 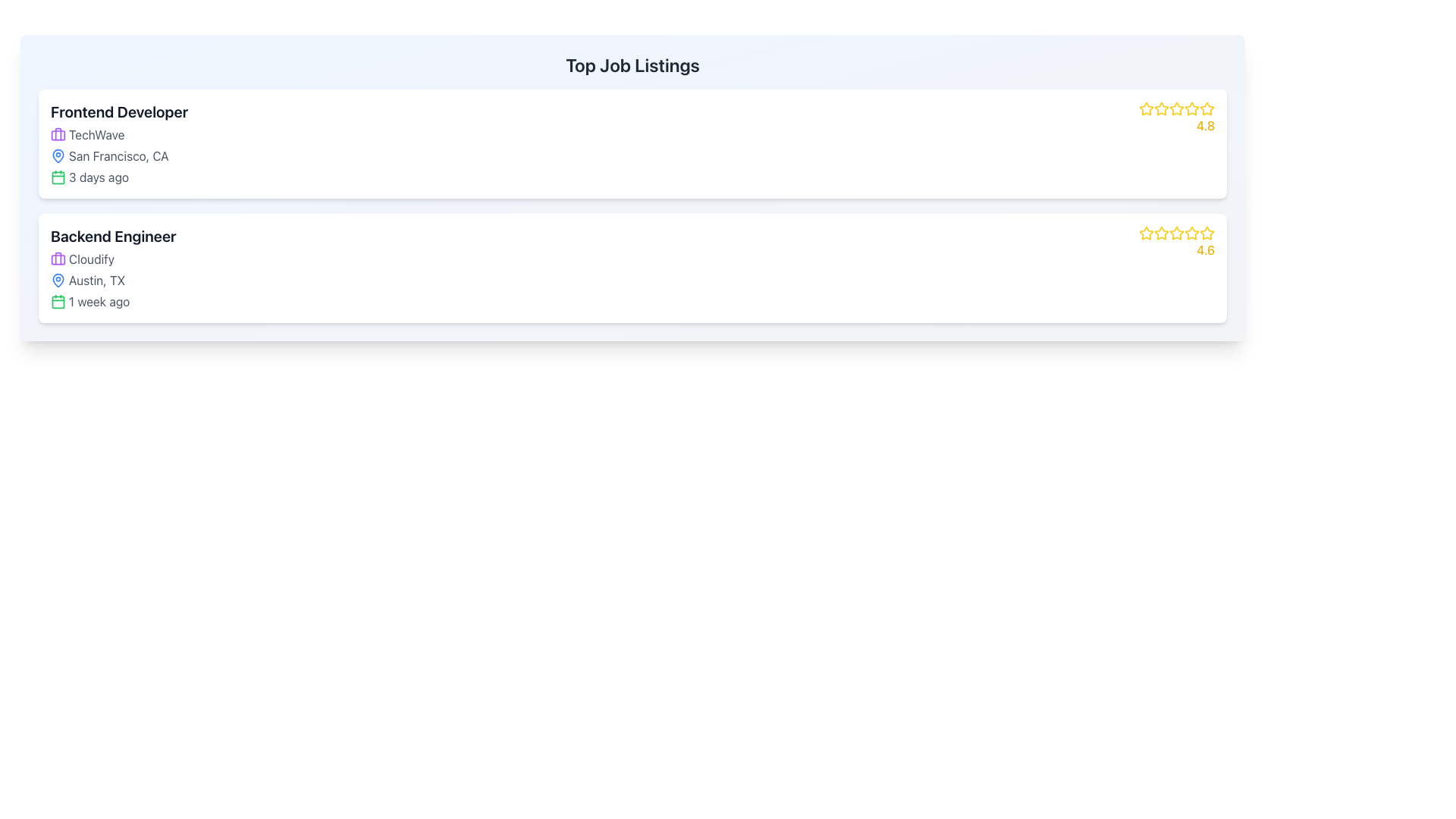 I want to click on the Text label displaying the company name associated with the job posting for 'Frontend Developer', positioned under the job title and above the location details, so click(x=118, y=133).